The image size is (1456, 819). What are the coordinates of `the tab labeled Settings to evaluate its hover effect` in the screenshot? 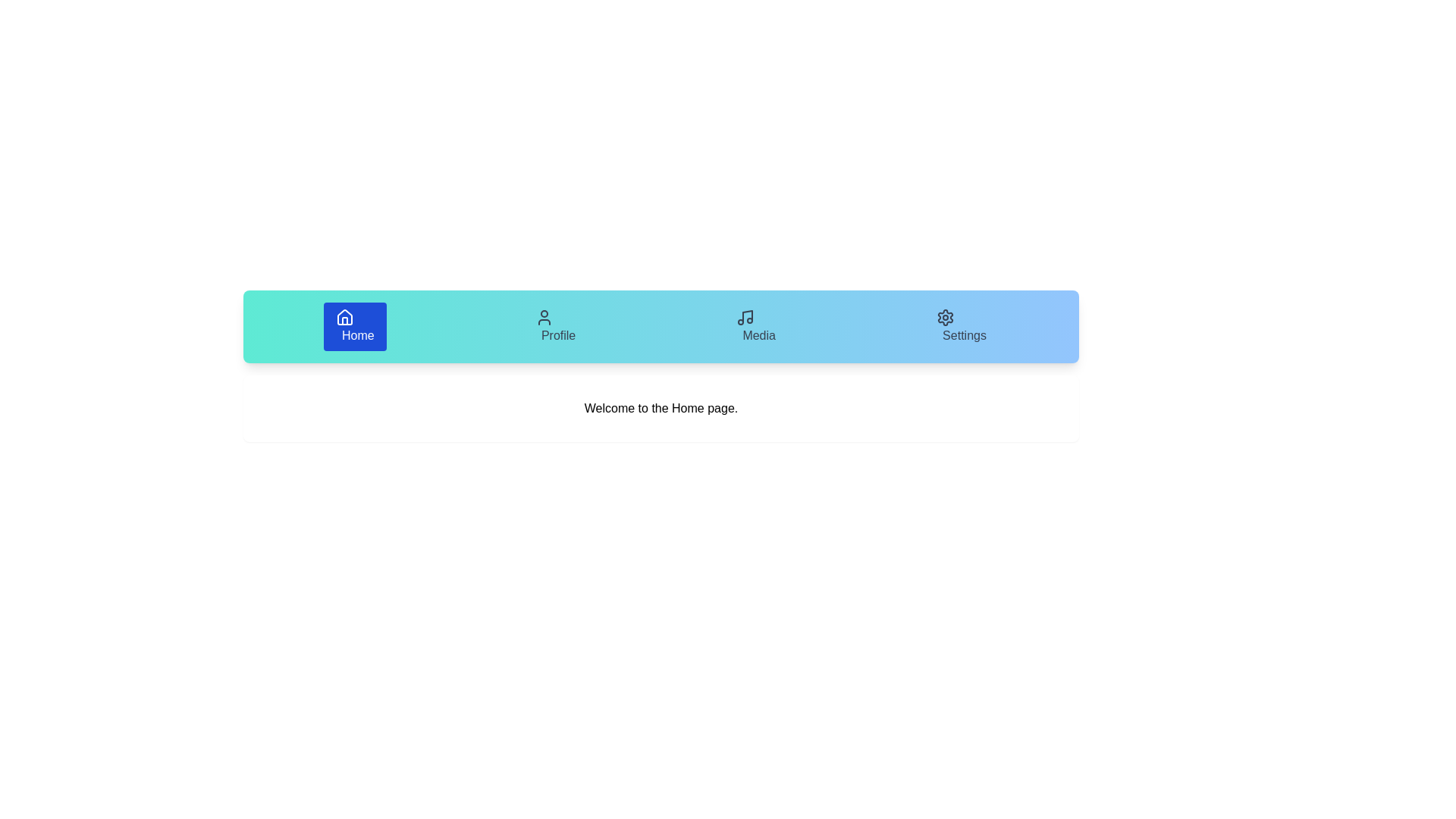 It's located at (960, 326).